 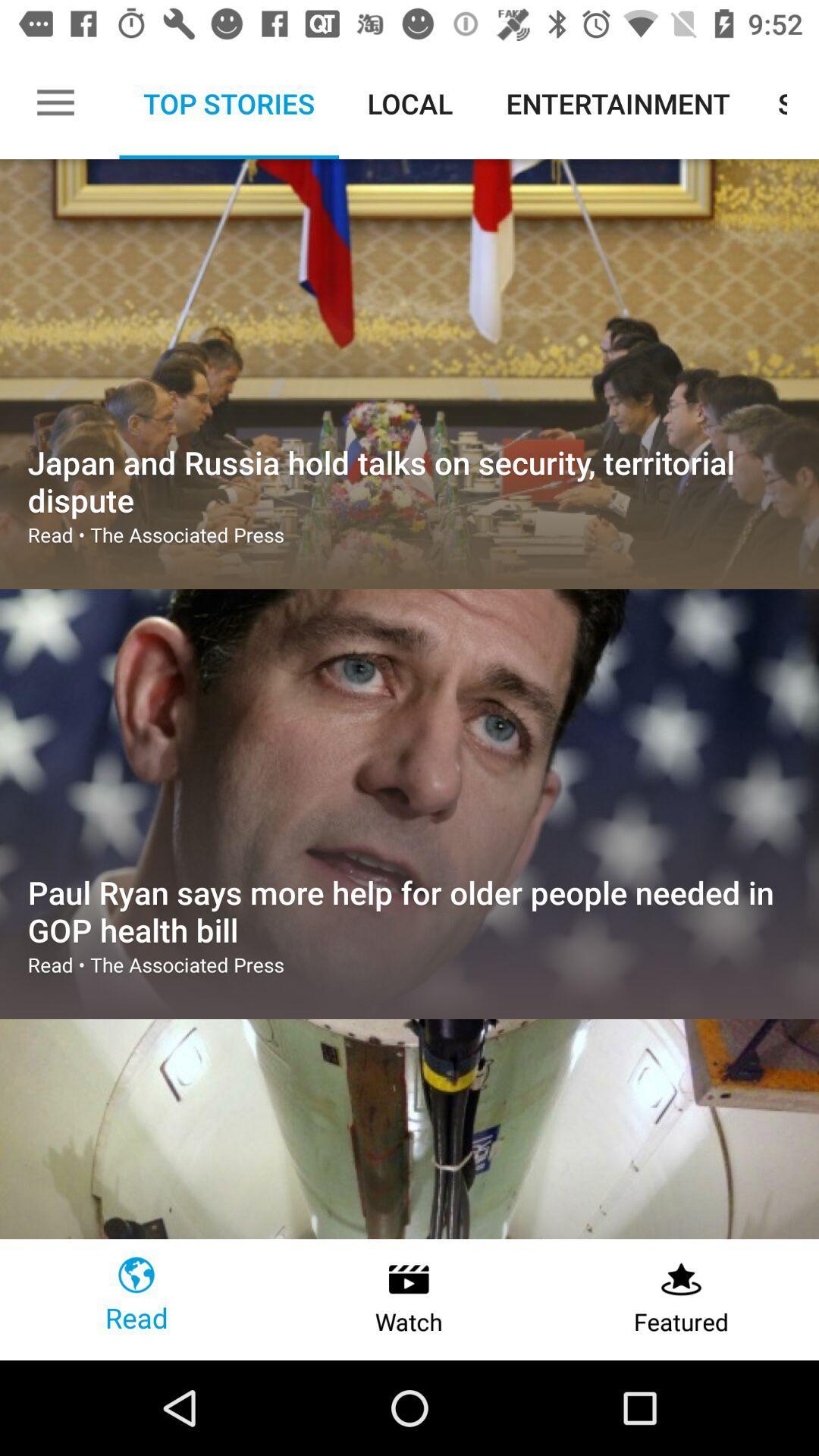 I want to click on the item to the left of top stories item, so click(x=55, y=102).